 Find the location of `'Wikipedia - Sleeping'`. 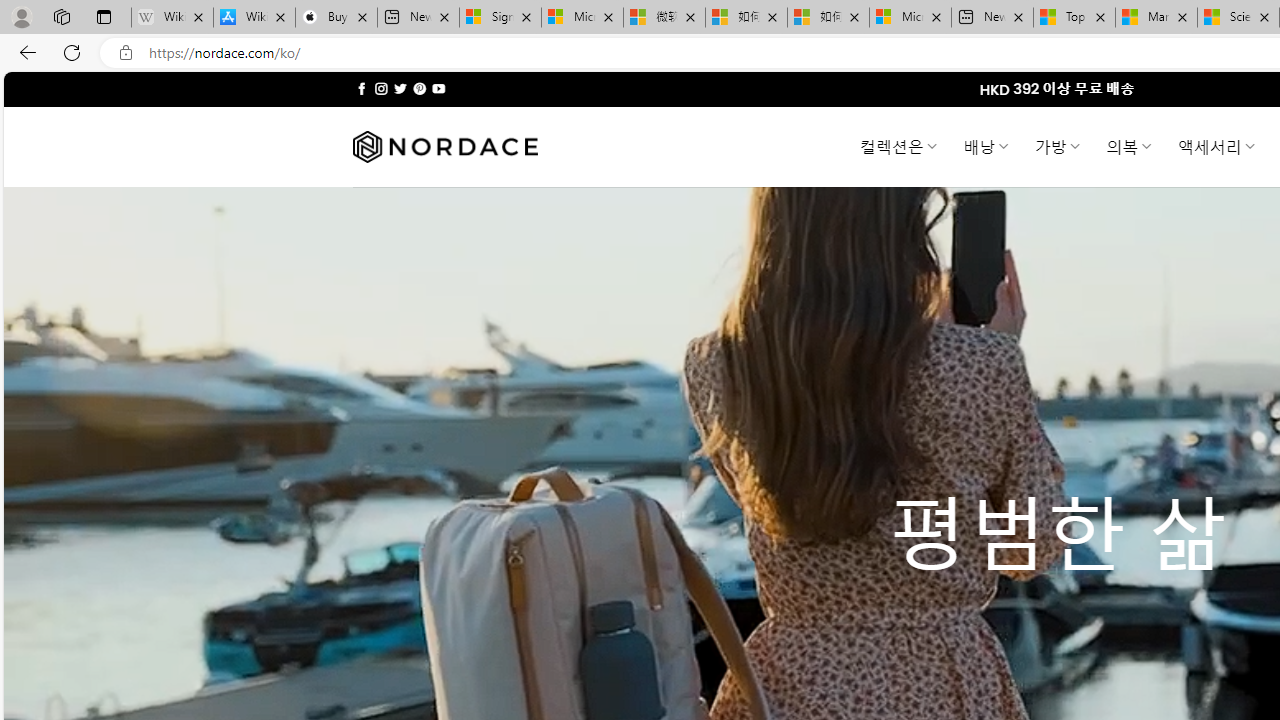

'Wikipedia - Sleeping' is located at coordinates (172, 17).